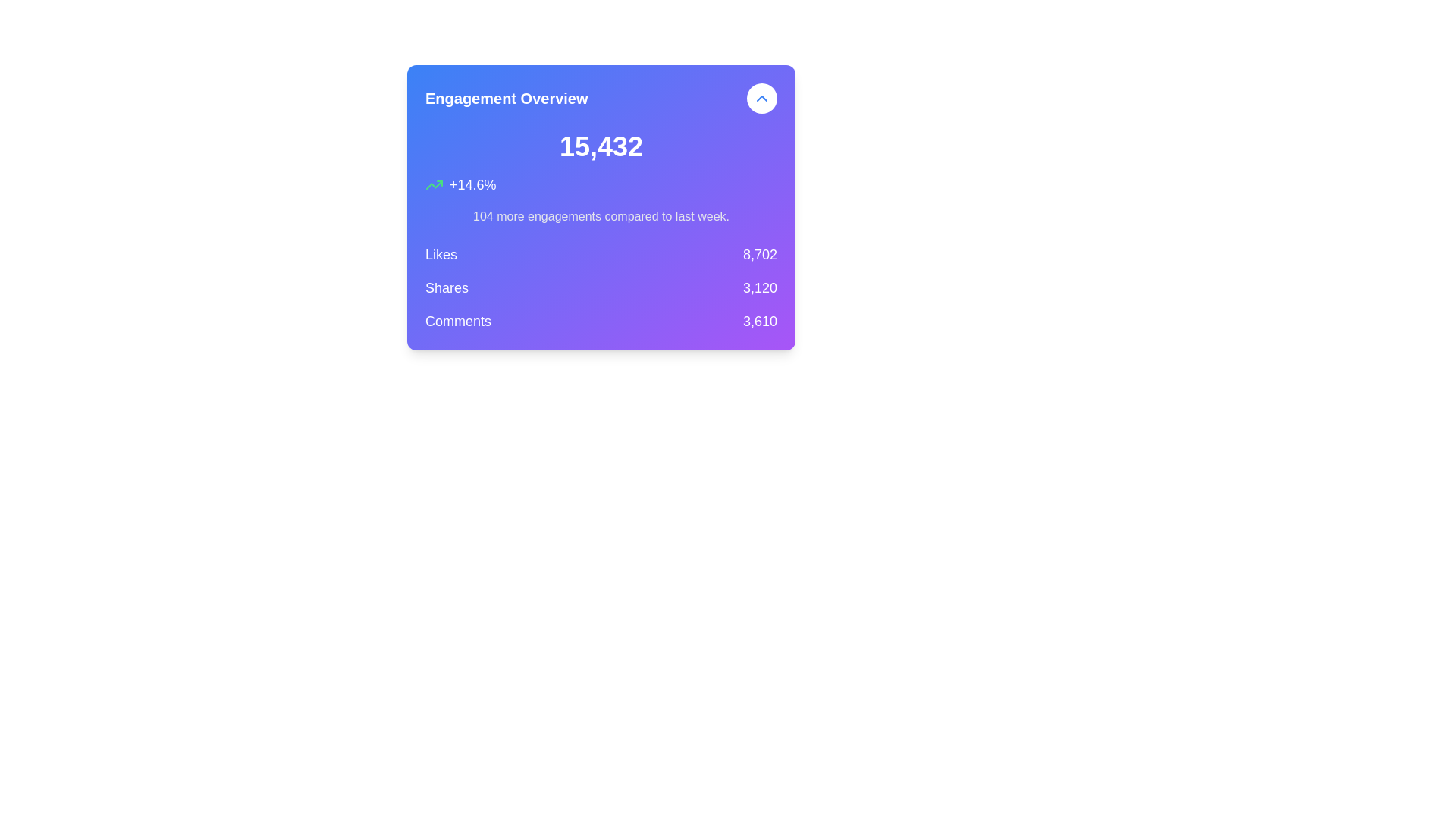  I want to click on the circular button with a white background and blue chevron located in the top-right corner of the 'Engagement Overview' card, so click(761, 99).